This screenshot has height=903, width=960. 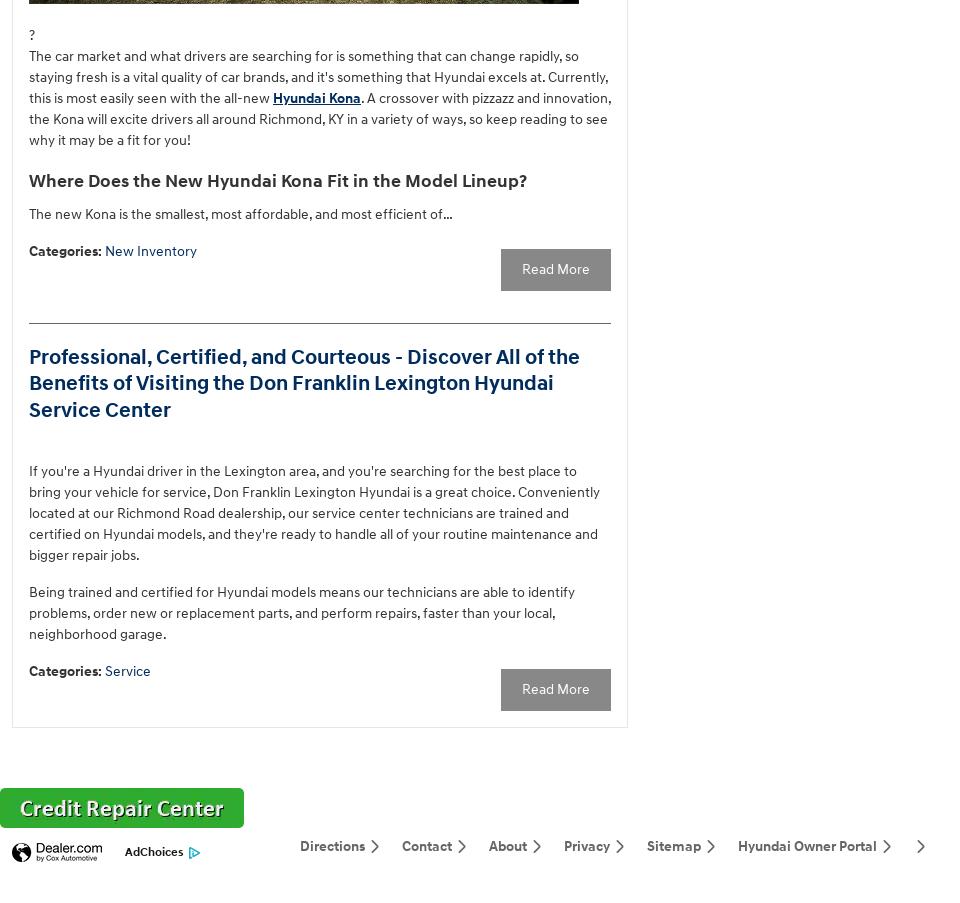 What do you see at coordinates (30, 33) in the screenshot?
I see `'?'` at bounding box center [30, 33].